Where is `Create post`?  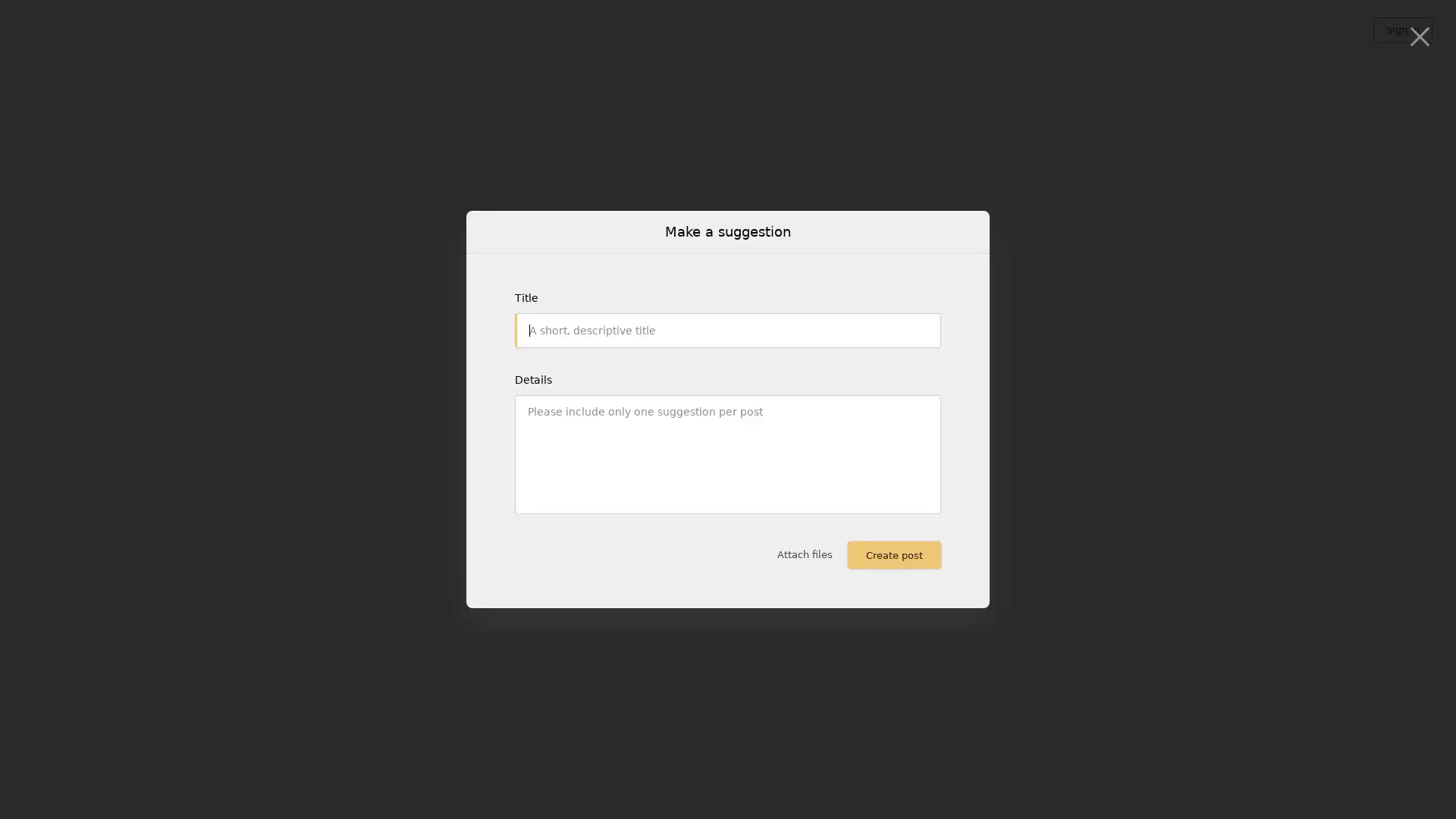
Create post is located at coordinates (894, 555).